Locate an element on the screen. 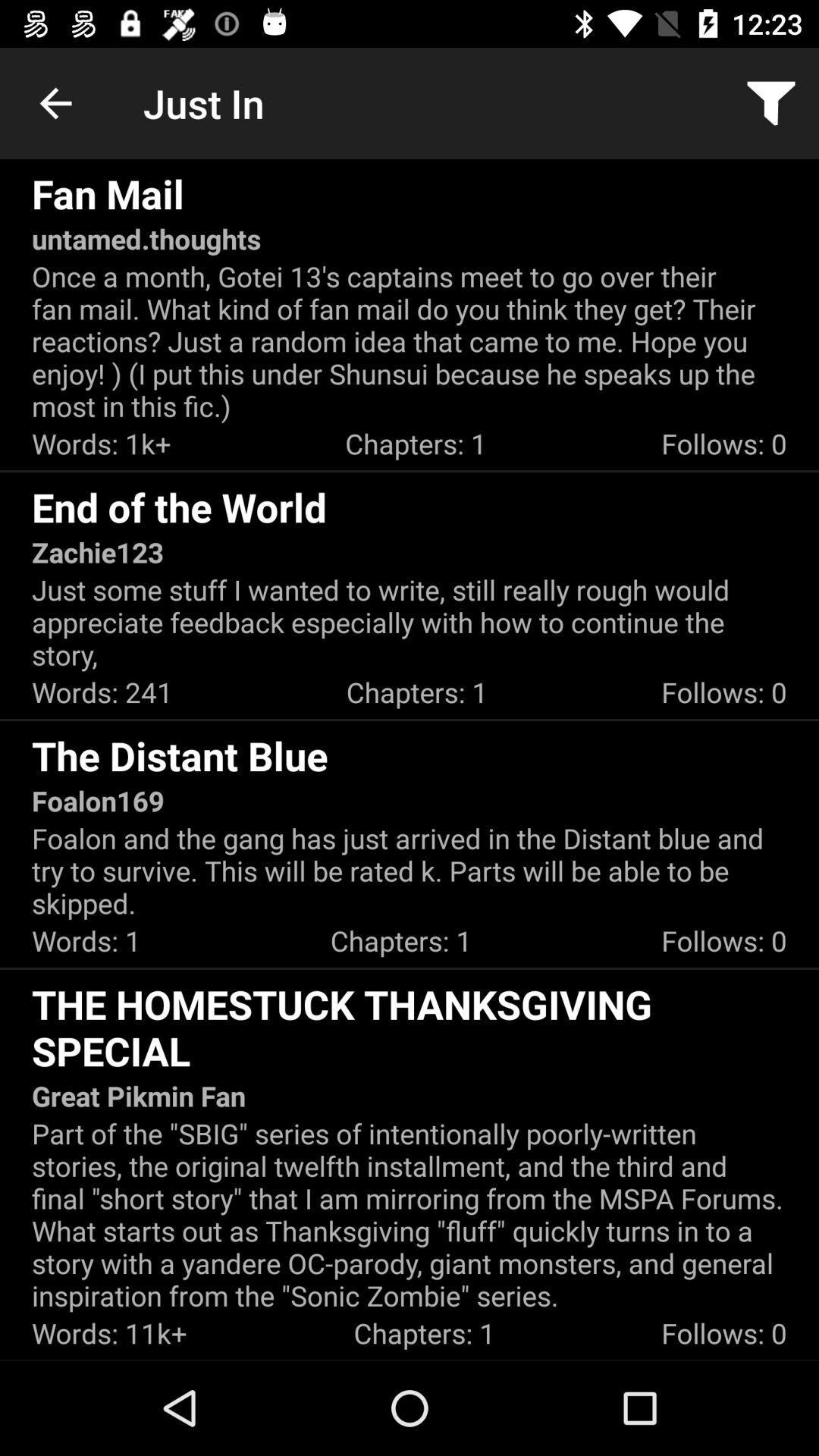 The image size is (819, 1456). the app next to the just in app is located at coordinates (771, 102).